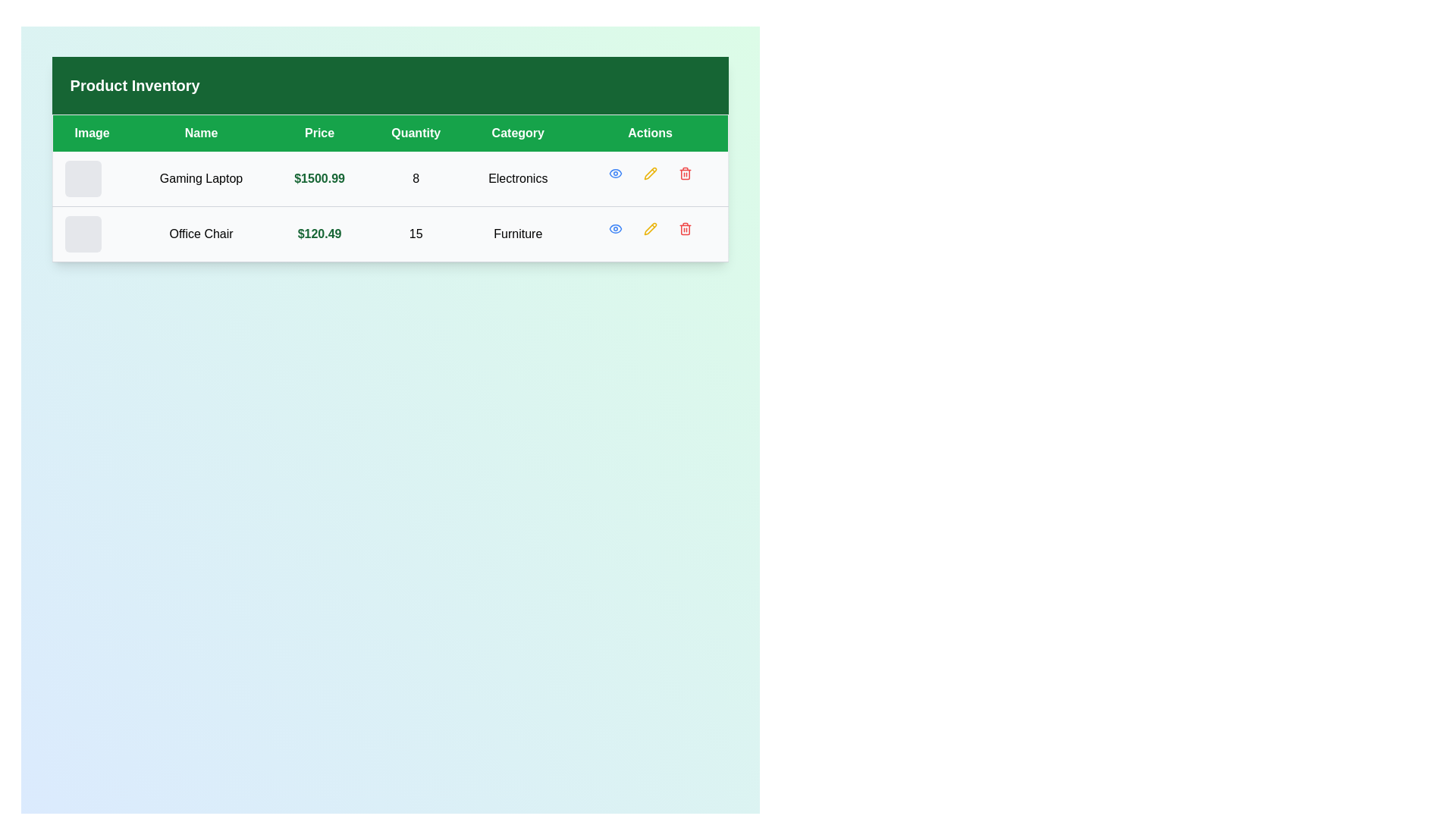 This screenshot has height=819, width=1456. I want to click on the pencil-shaped edit icon in the Actions column of the first row, so click(650, 228).